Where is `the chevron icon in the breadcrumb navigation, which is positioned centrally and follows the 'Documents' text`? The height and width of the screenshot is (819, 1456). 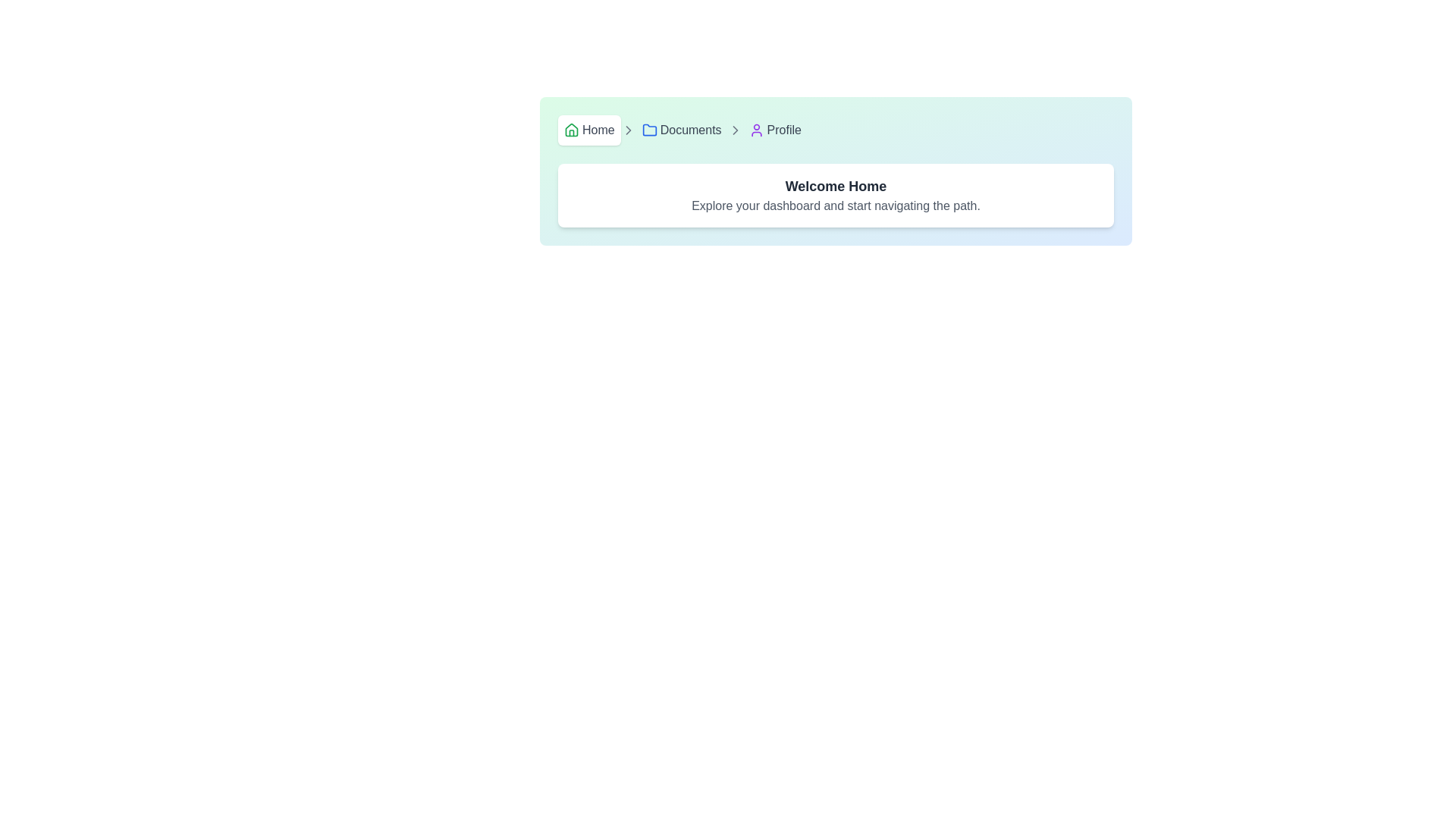 the chevron icon in the breadcrumb navigation, which is positioned centrally and follows the 'Documents' text is located at coordinates (735, 130).